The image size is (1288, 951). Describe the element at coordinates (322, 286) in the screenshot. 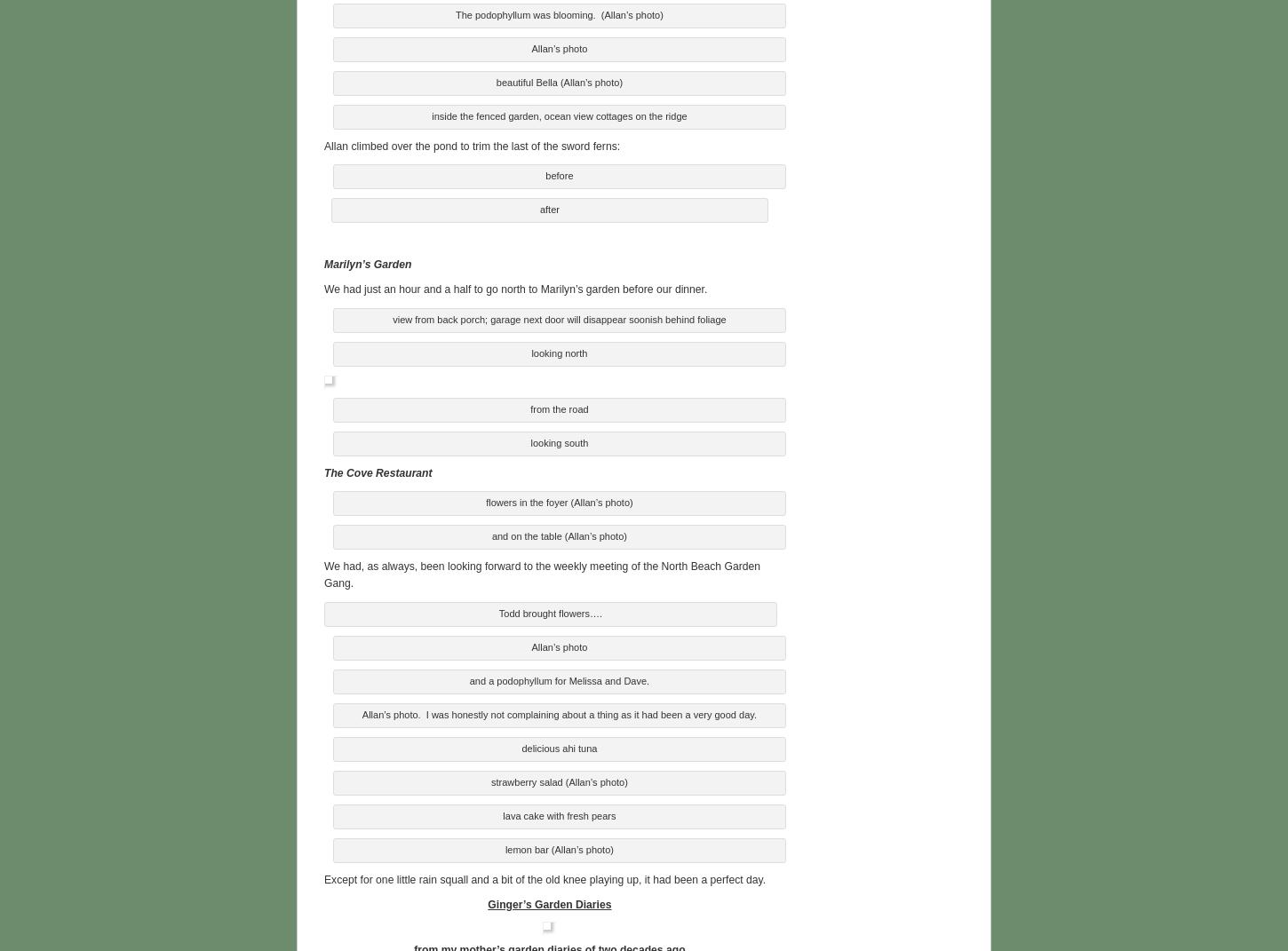

I see `'We had just an hour and a half to go north to Marilyn’s garden before our dinner.'` at that location.